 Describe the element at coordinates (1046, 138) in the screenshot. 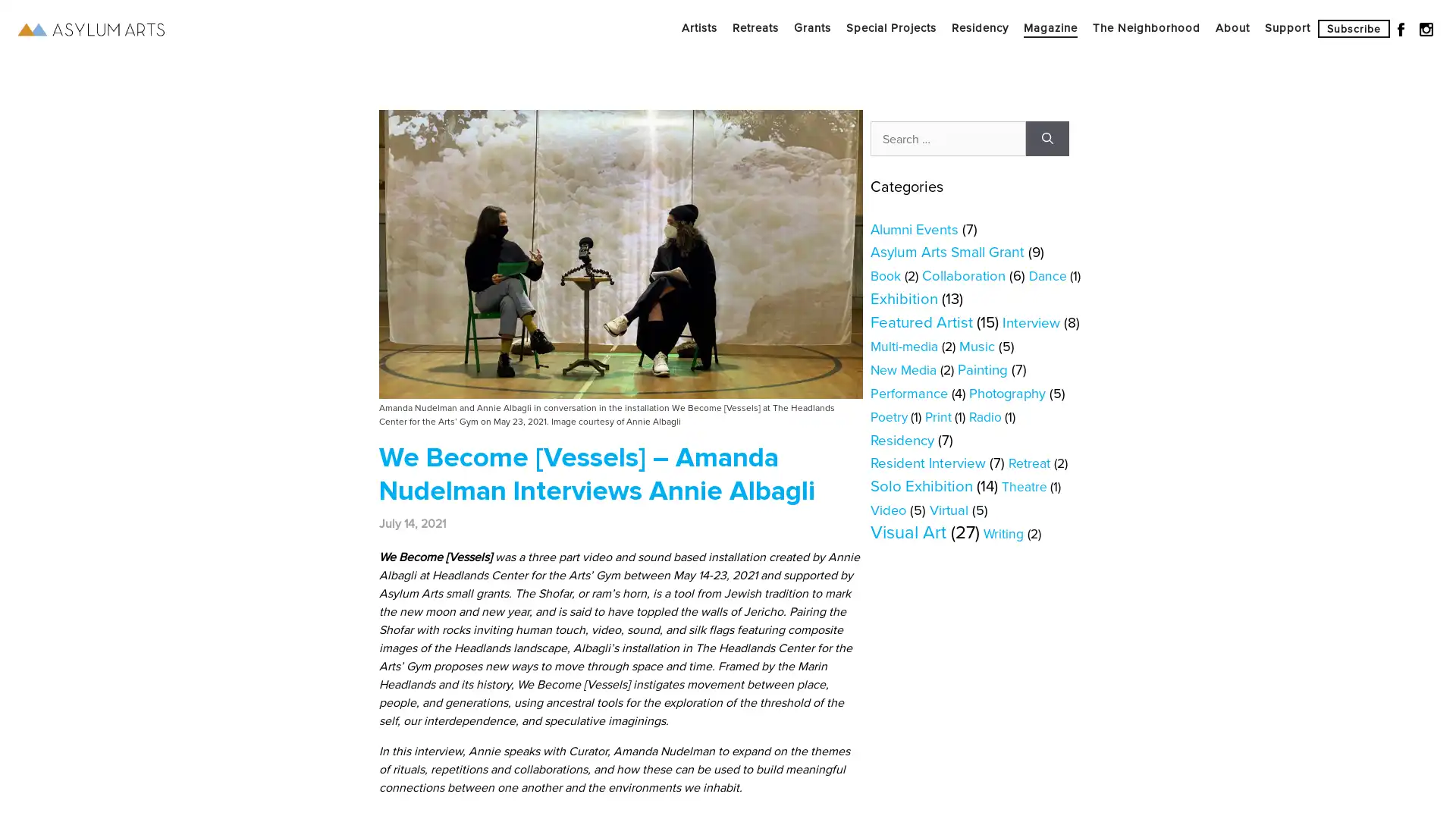

I see `Search` at that location.